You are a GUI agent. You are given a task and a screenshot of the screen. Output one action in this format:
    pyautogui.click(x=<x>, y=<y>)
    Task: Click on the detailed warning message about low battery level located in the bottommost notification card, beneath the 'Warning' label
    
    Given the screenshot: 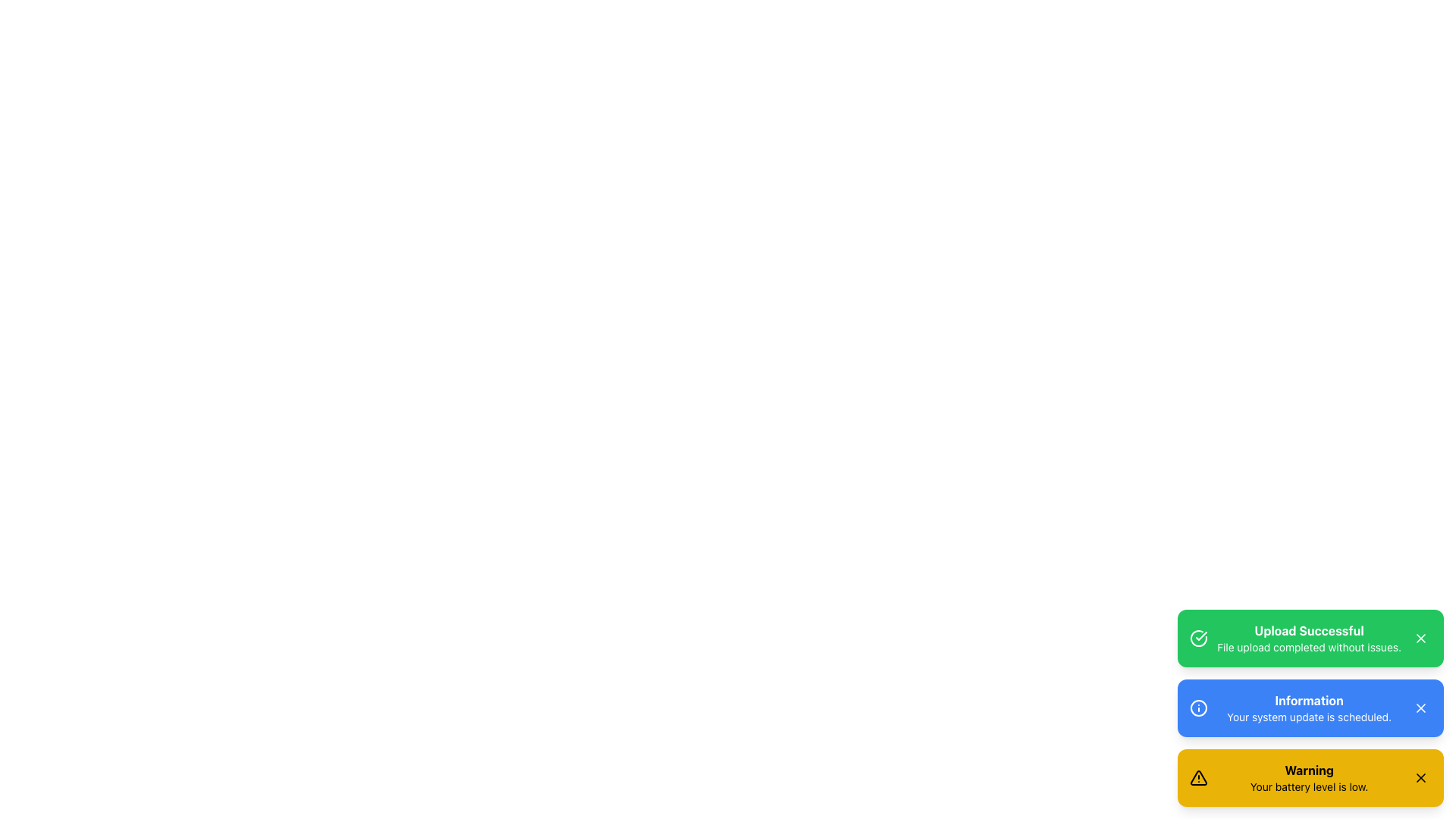 What is the action you would take?
    pyautogui.click(x=1308, y=786)
    